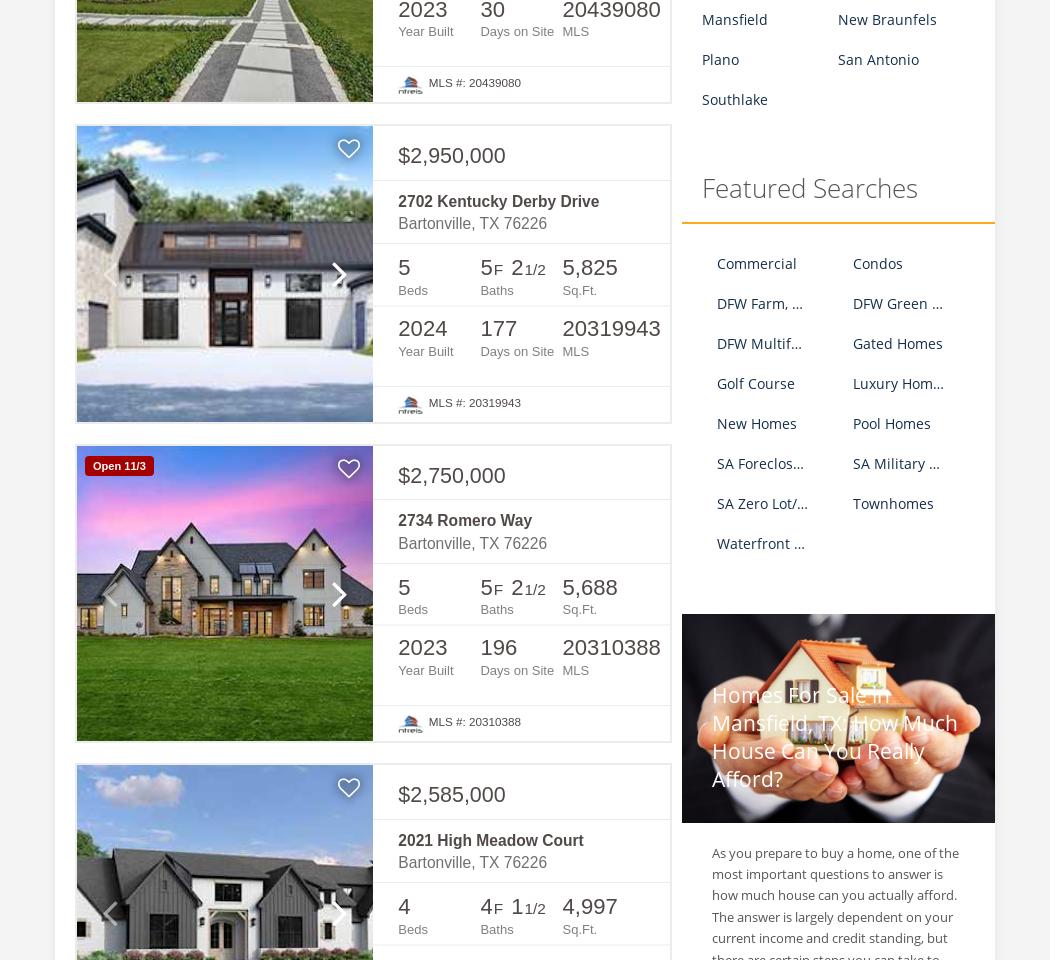 The width and height of the screenshot is (1050, 960). What do you see at coordinates (397, 646) in the screenshot?
I see `'2023'` at bounding box center [397, 646].